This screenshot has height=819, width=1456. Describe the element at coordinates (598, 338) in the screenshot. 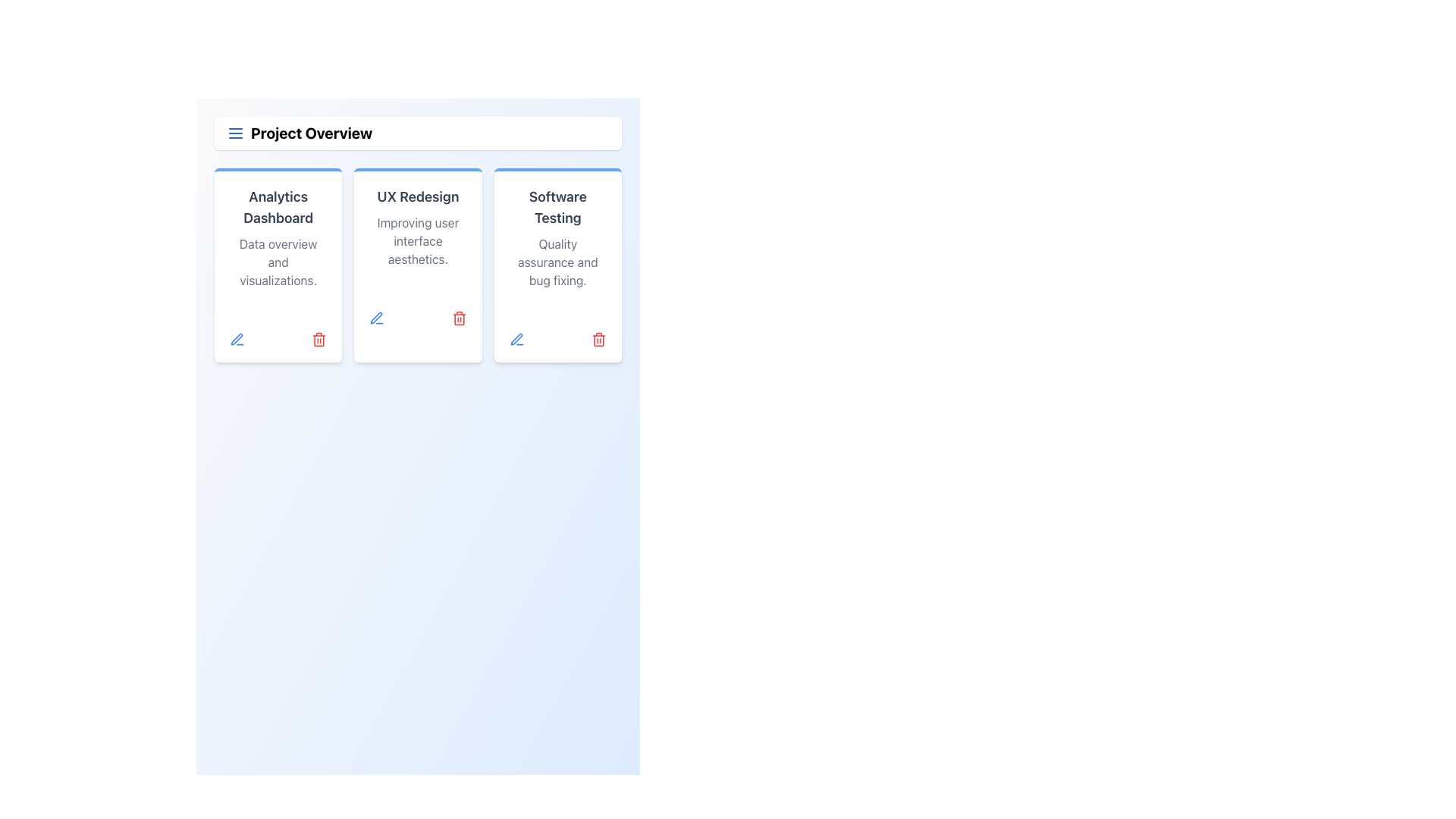

I see `the delete button located at the bottom-right corner of the 'Software Testing' card` at that location.